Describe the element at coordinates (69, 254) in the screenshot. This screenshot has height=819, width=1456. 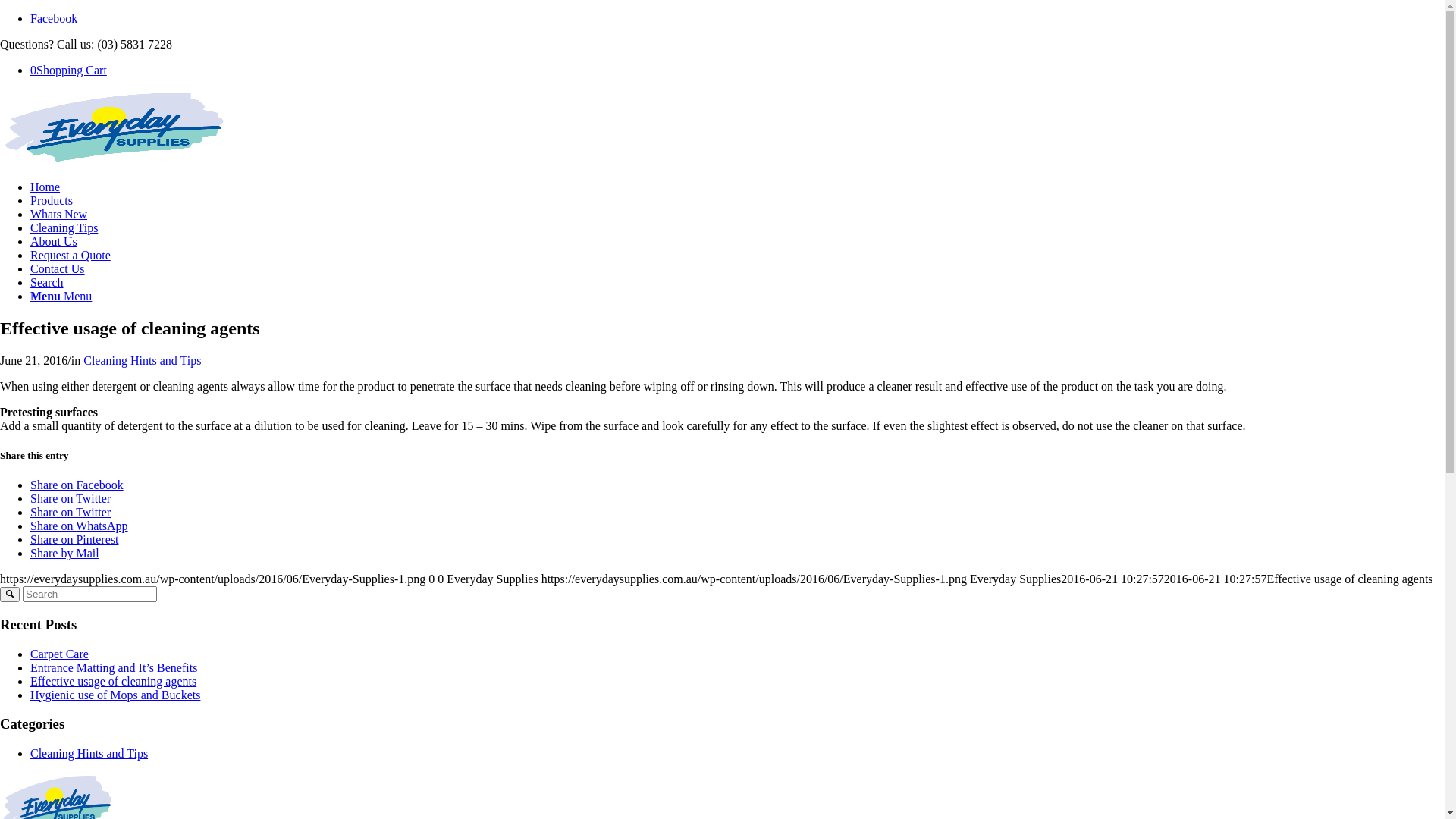
I see `'Request a Quote'` at that location.